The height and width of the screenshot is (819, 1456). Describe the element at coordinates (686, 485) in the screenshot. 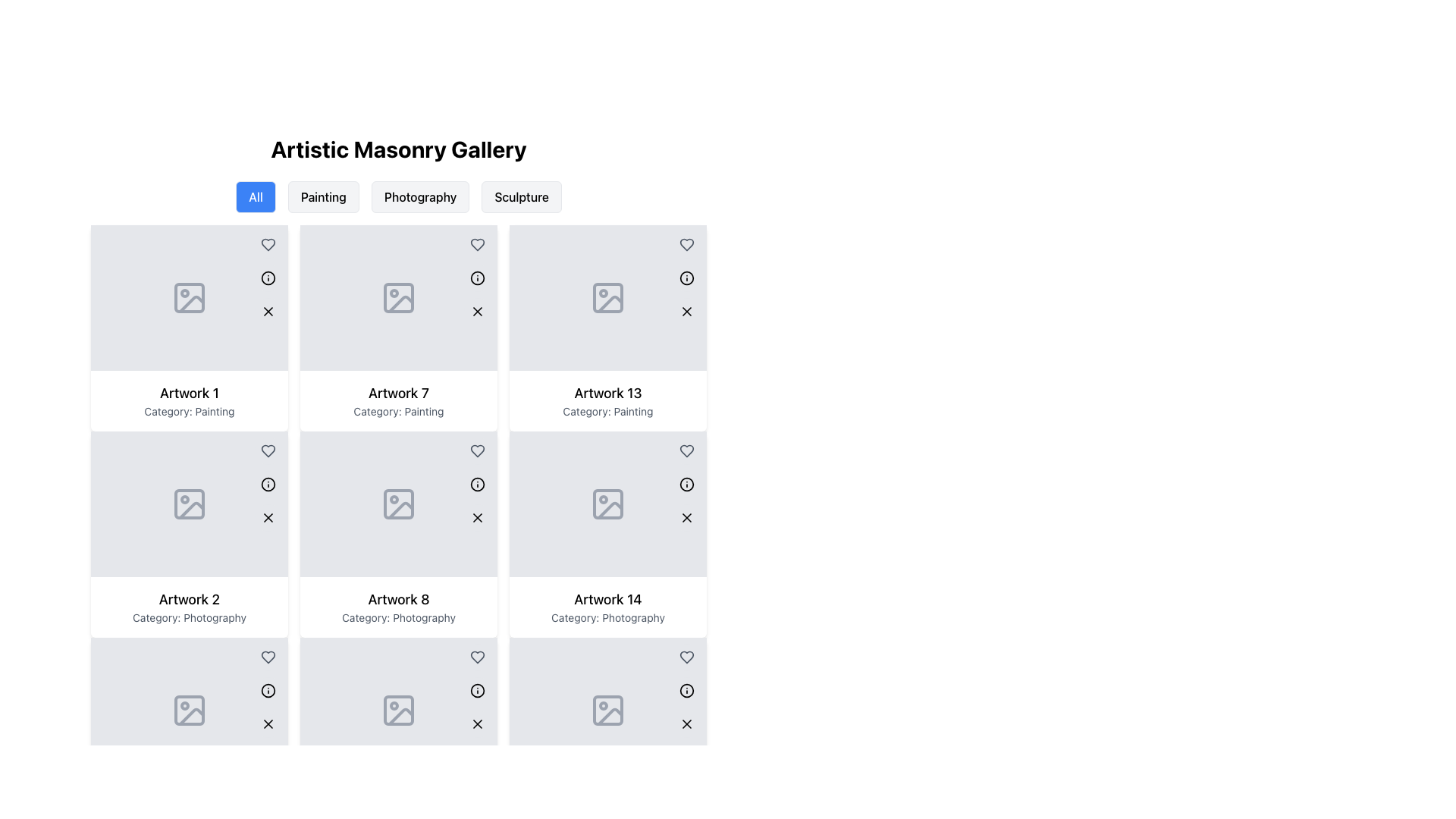

I see `the informational icon button located in the top-right corner of the 'Artwork 13' box` at that location.